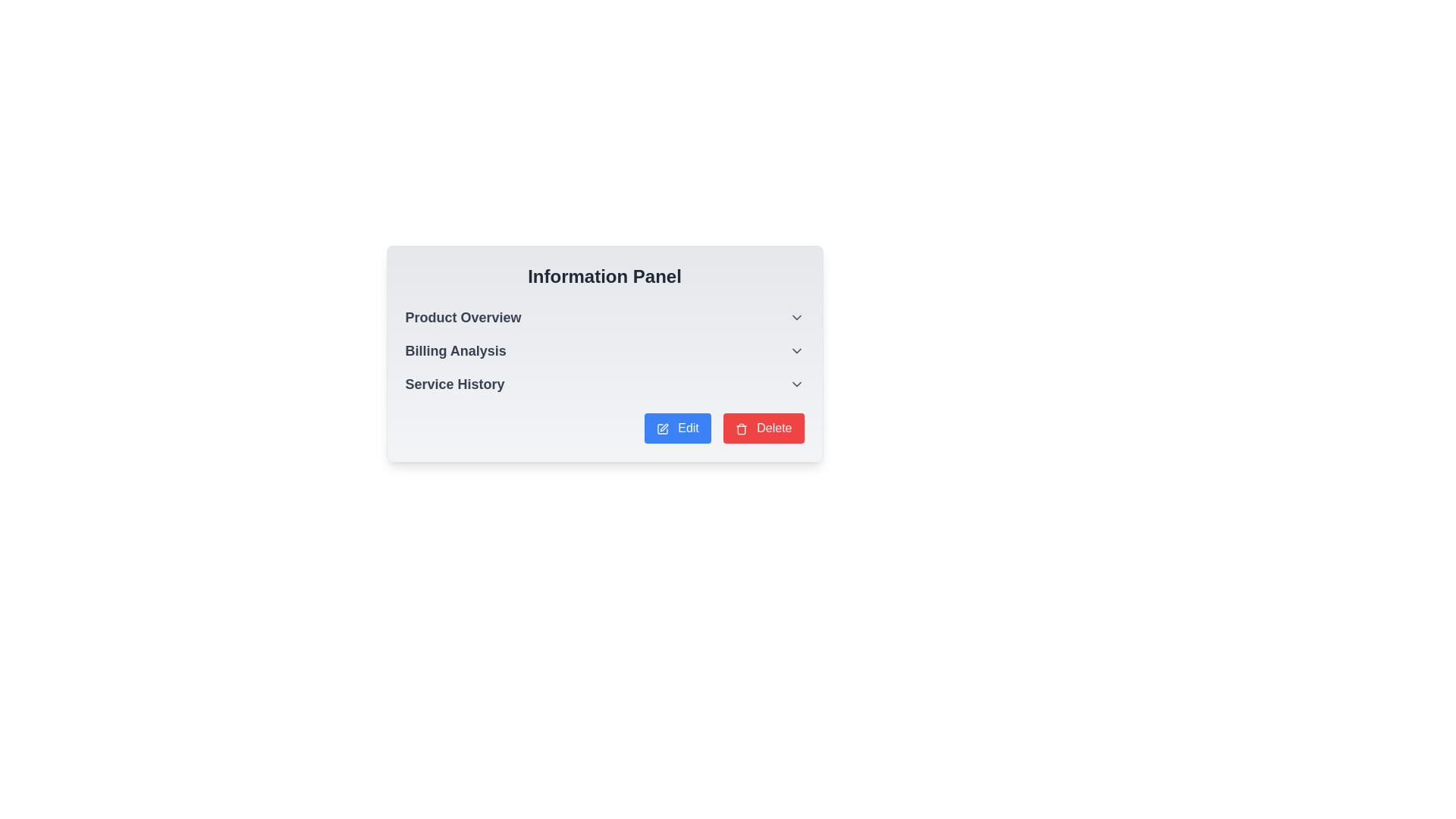 This screenshot has height=819, width=1456. I want to click on on the collapsible menu section within the 'Information Panel', so click(604, 350).